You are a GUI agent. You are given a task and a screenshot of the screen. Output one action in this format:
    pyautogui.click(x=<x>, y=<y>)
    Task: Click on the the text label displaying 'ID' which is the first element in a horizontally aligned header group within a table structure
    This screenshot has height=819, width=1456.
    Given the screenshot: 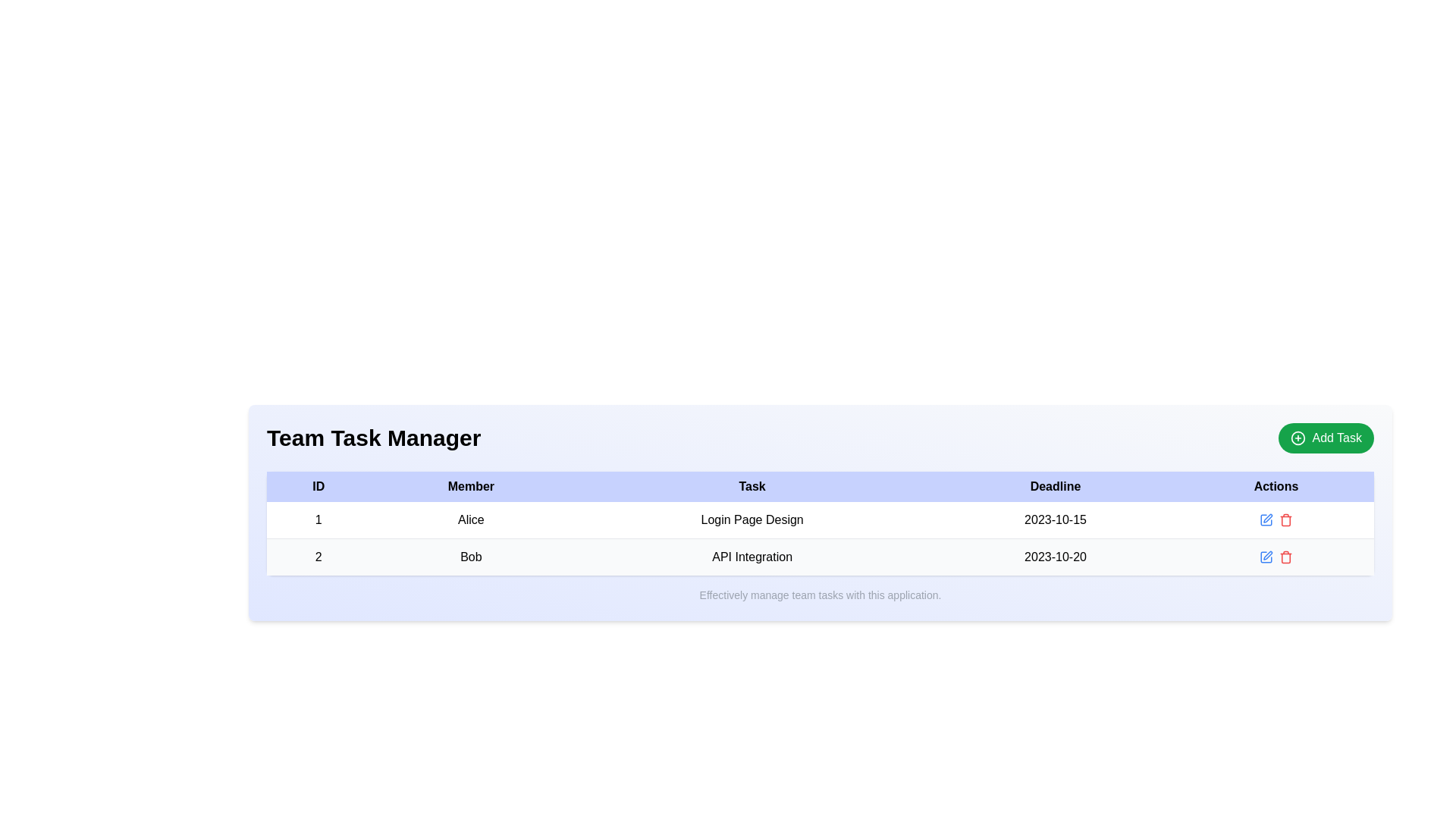 What is the action you would take?
    pyautogui.click(x=318, y=486)
    